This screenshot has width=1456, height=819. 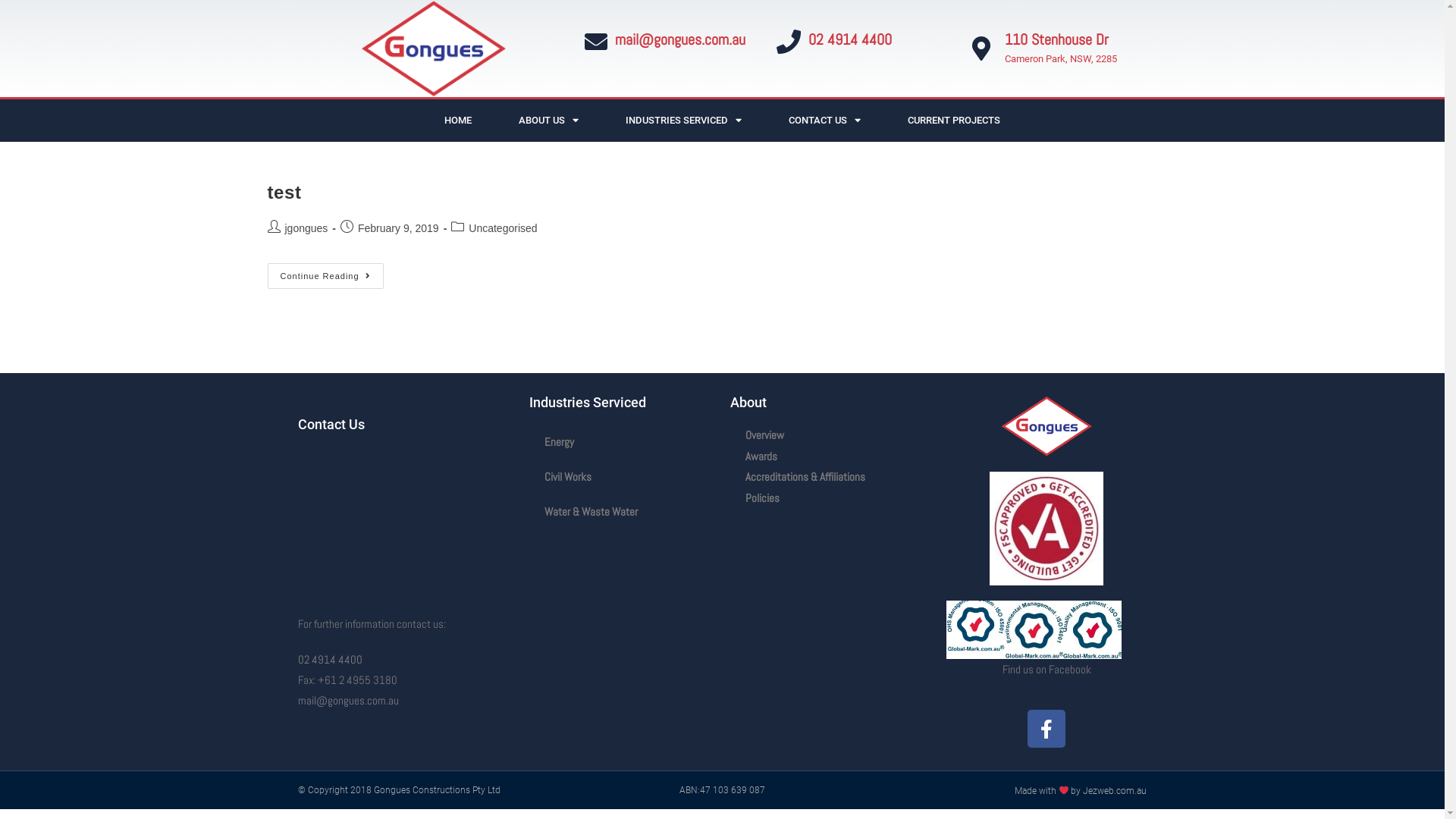 What do you see at coordinates (1056, 38) in the screenshot?
I see `'110 Stenhouse Dr'` at bounding box center [1056, 38].